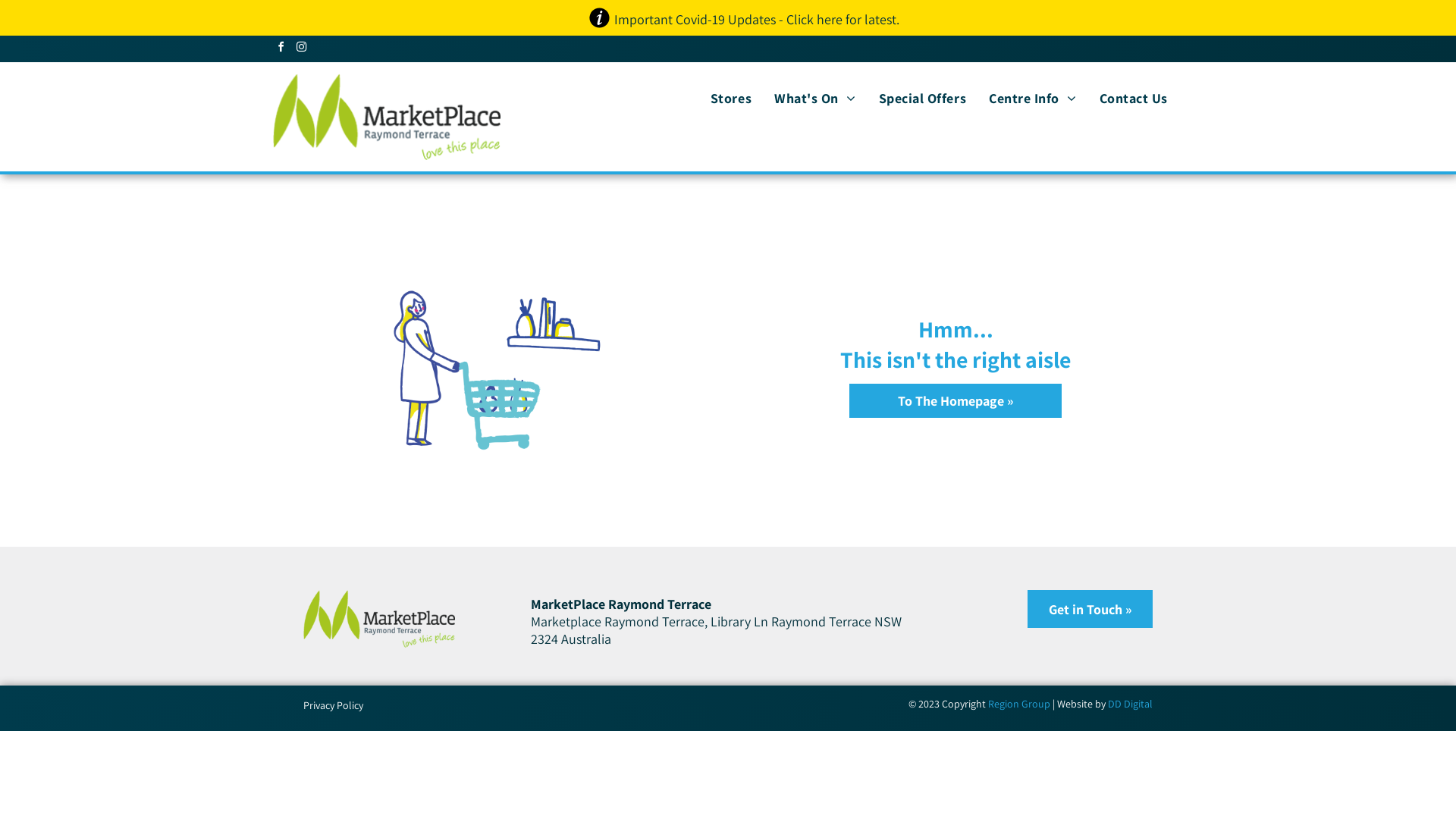 This screenshot has height=819, width=1456. What do you see at coordinates (977, 97) in the screenshot?
I see `'Centre Info'` at bounding box center [977, 97].